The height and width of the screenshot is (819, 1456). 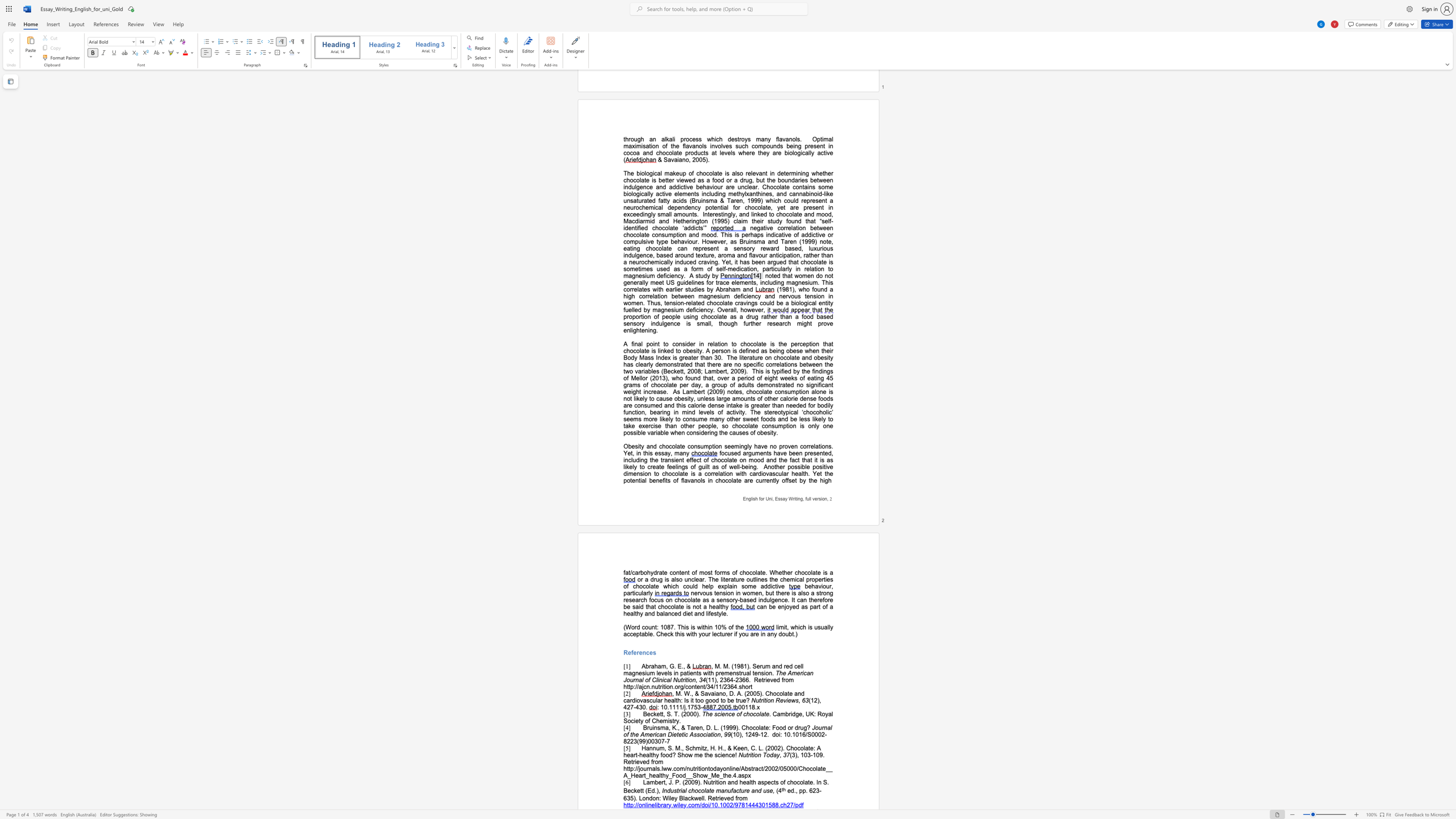 I want to click on the subset text "t_healt" within the text "Retrieved from http://journals.lww.com/nutritiontodayonline/Abstract/2002/05000/Chocolate__A_Heart_healthy_Food__Show_Me_the.4.aspx", so click(x=643, y=775).